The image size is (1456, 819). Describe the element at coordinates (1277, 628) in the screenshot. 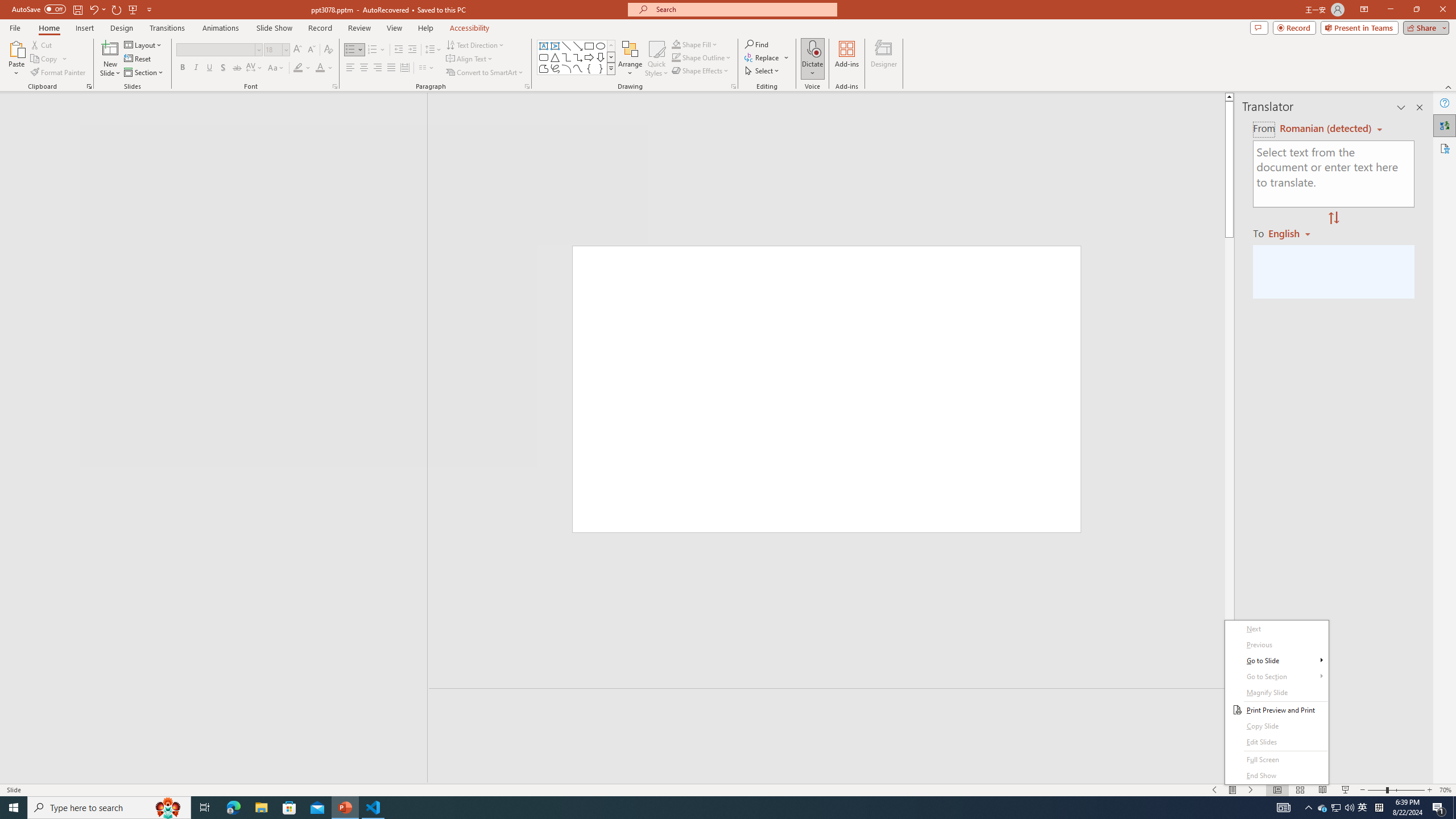

I see `'Next'` at that location.